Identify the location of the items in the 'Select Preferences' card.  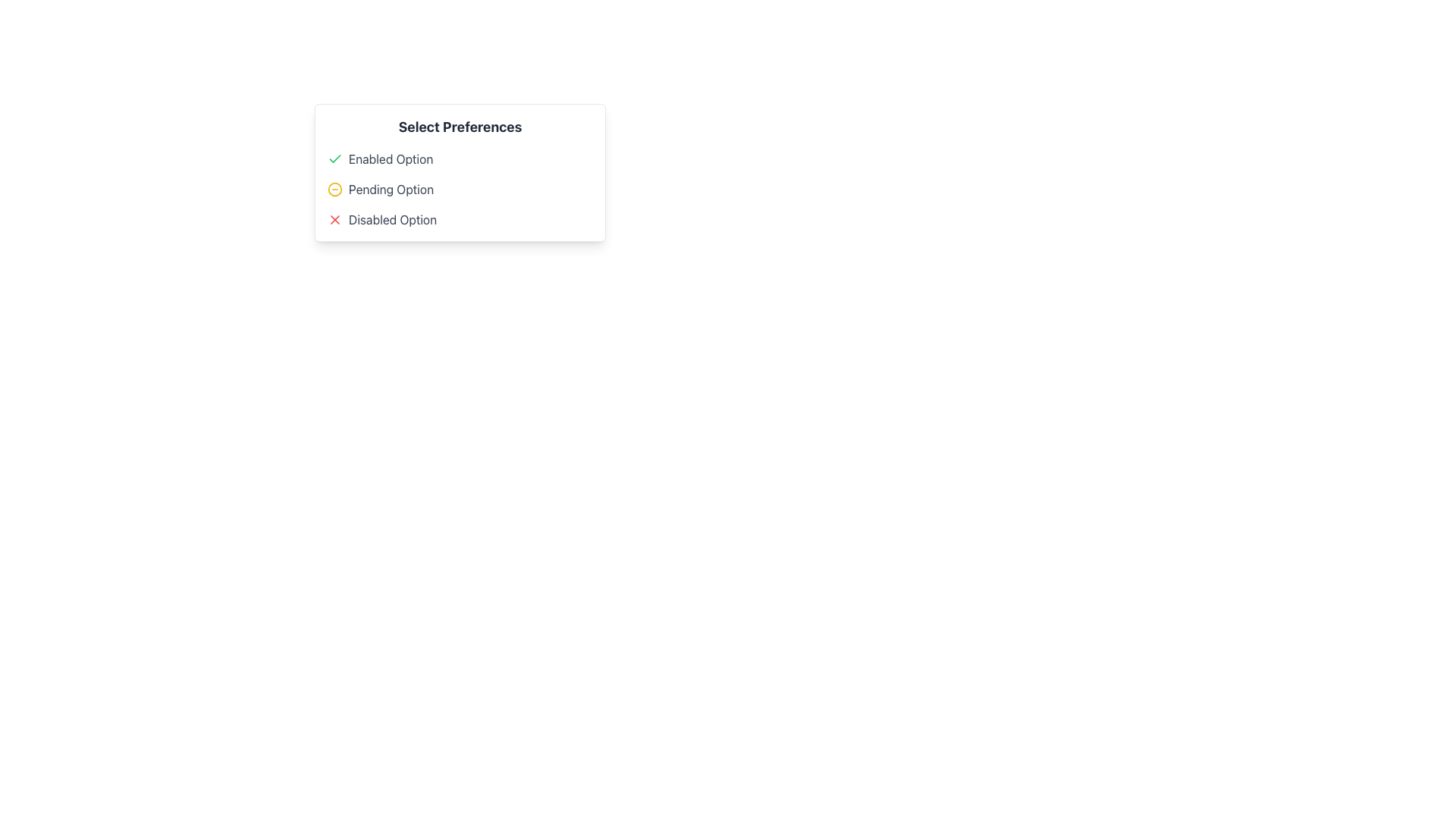
(459, 171).